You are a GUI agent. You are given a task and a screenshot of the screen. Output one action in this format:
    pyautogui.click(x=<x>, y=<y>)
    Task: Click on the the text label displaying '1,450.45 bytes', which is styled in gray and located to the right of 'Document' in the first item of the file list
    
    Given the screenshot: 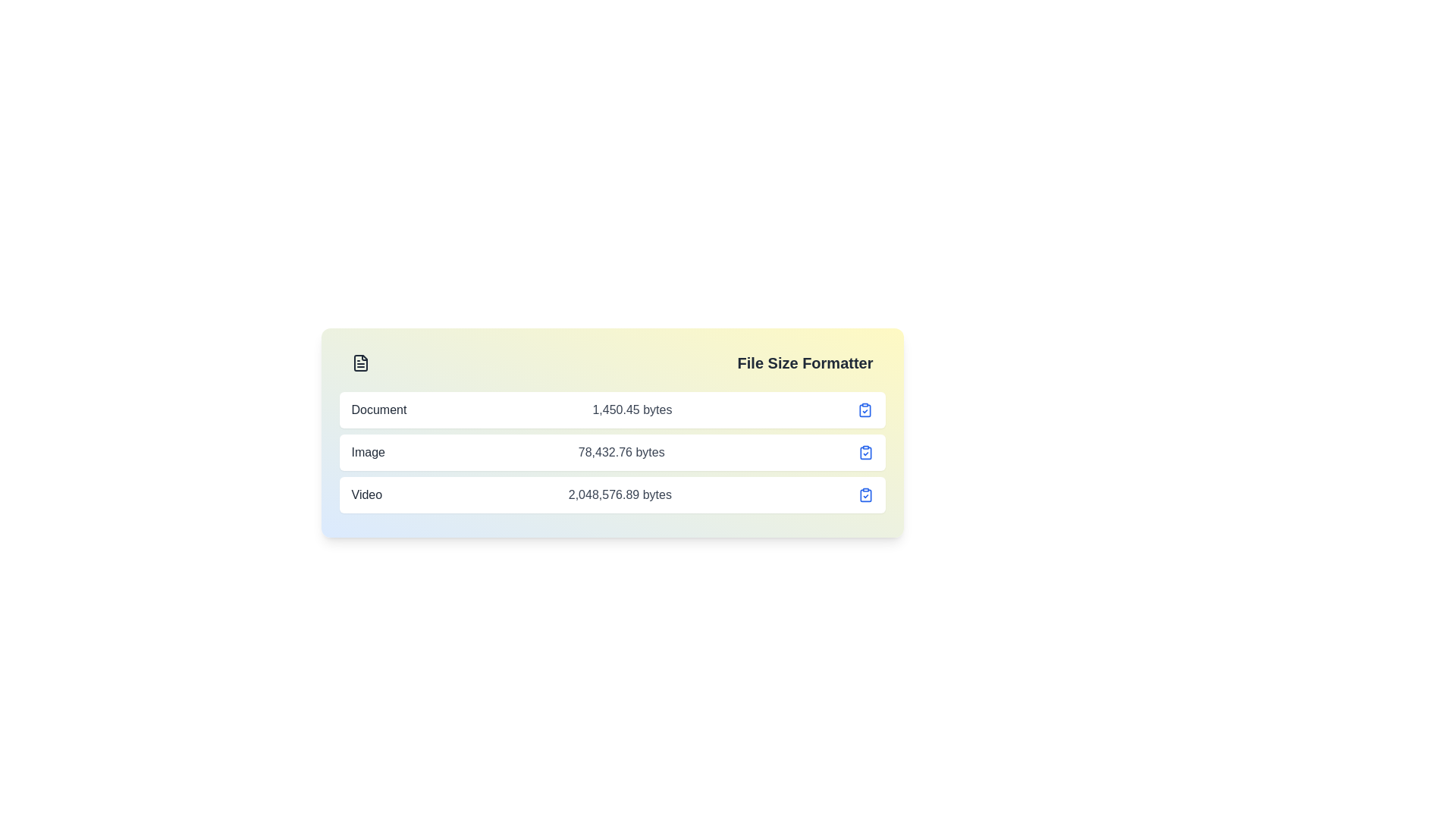 What is the action you would take?
    pyautogui.click(x=632, y=409)
    